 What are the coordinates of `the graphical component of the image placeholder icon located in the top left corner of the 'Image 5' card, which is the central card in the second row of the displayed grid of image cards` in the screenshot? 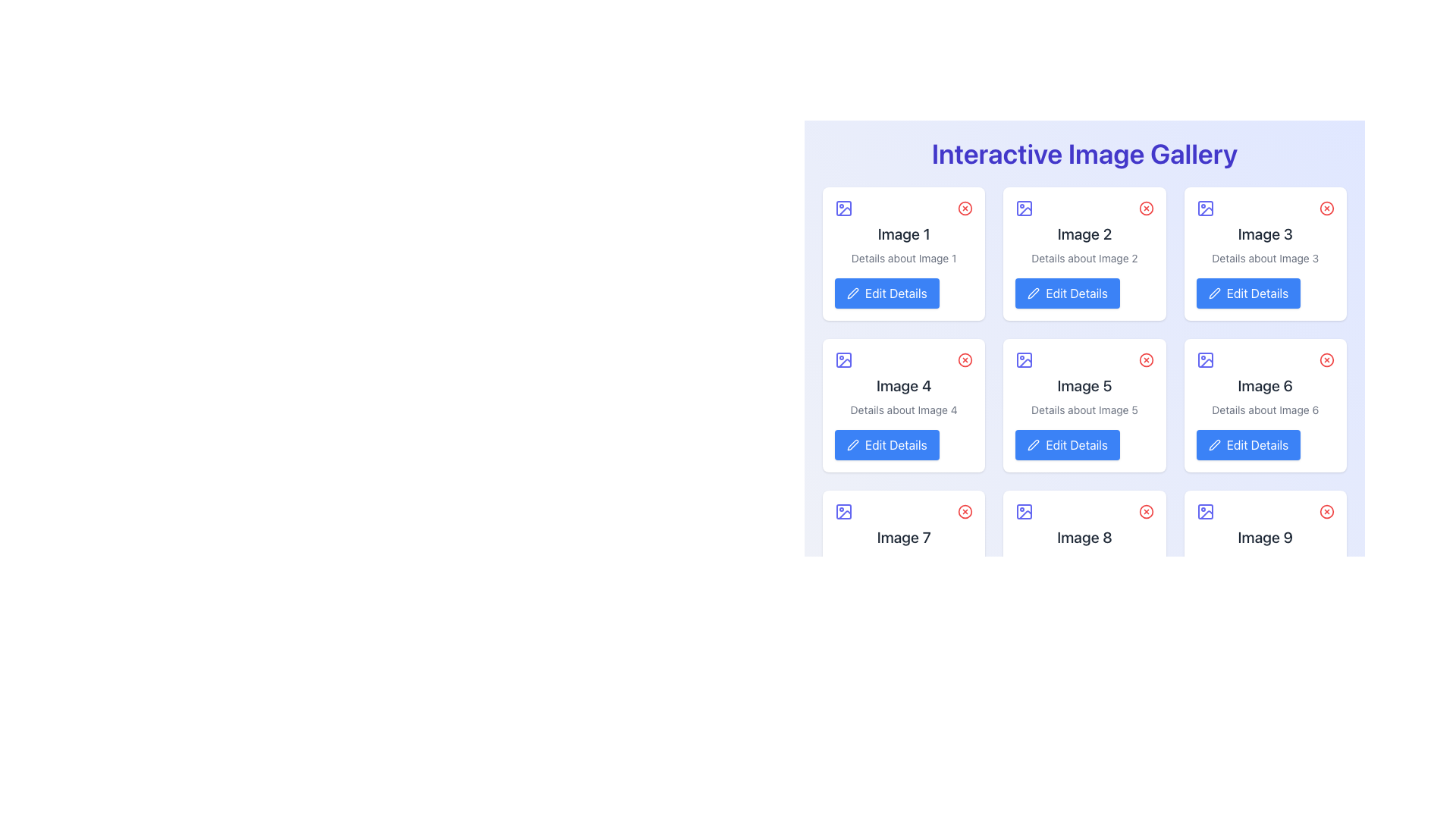 It's located at (1025, 359).